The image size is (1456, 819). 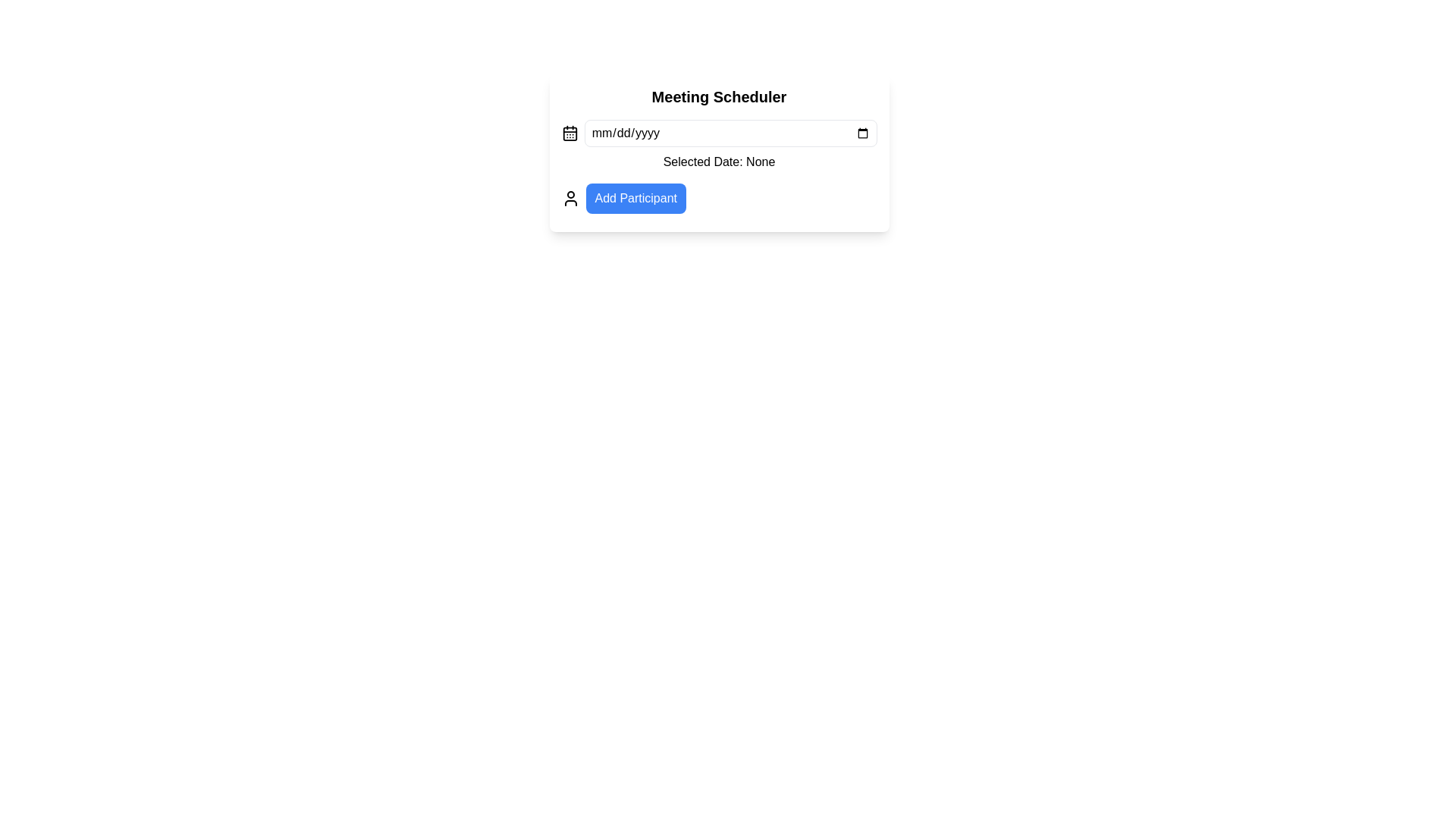 I want to click on text from the text label that displays the currently selected date, which is located below the date input field and above the 'Add Participant' button, centered within the interface panel, so click(x=718, y=162).